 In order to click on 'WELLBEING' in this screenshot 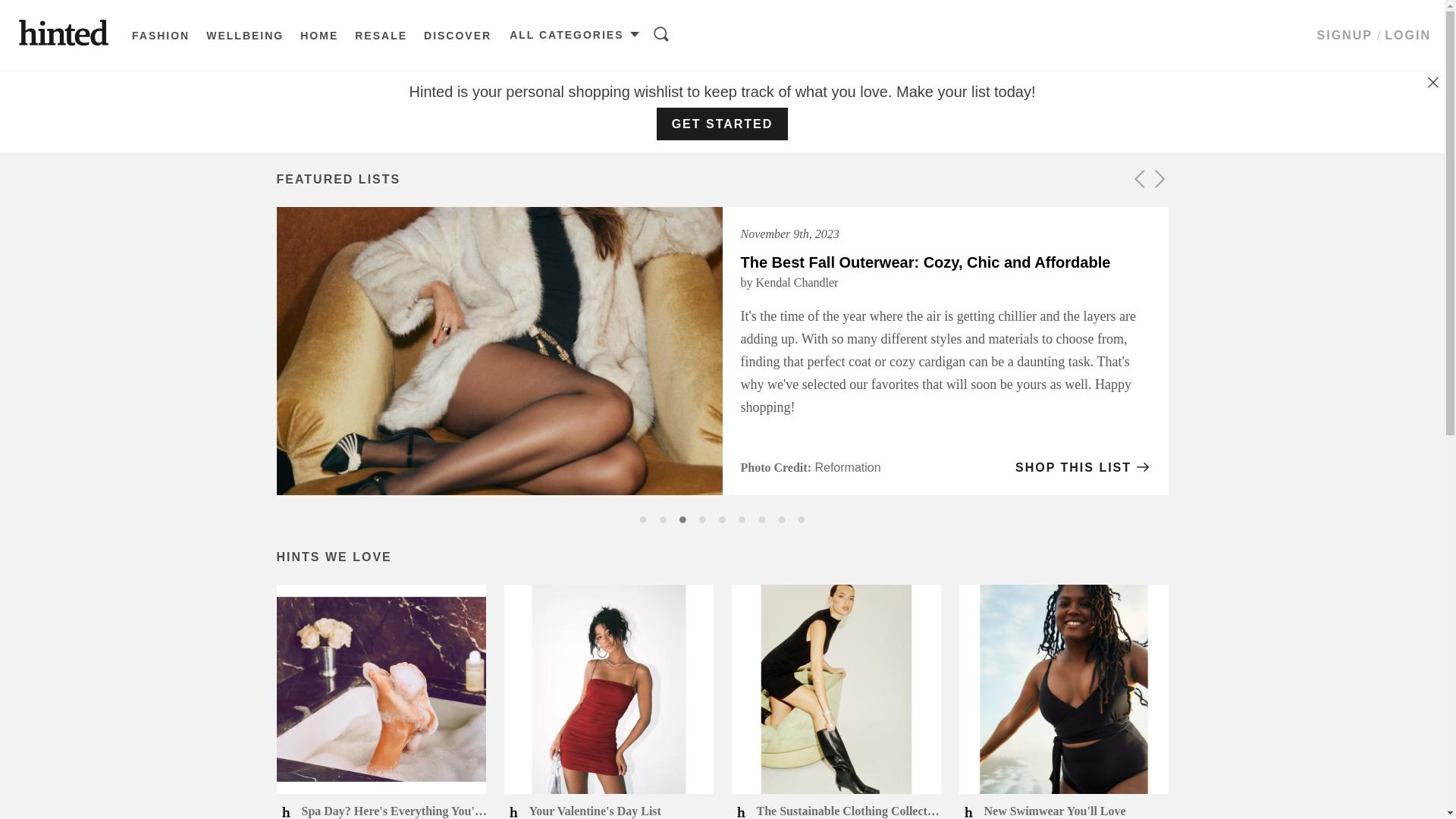, I will do `click(244, 35)`.